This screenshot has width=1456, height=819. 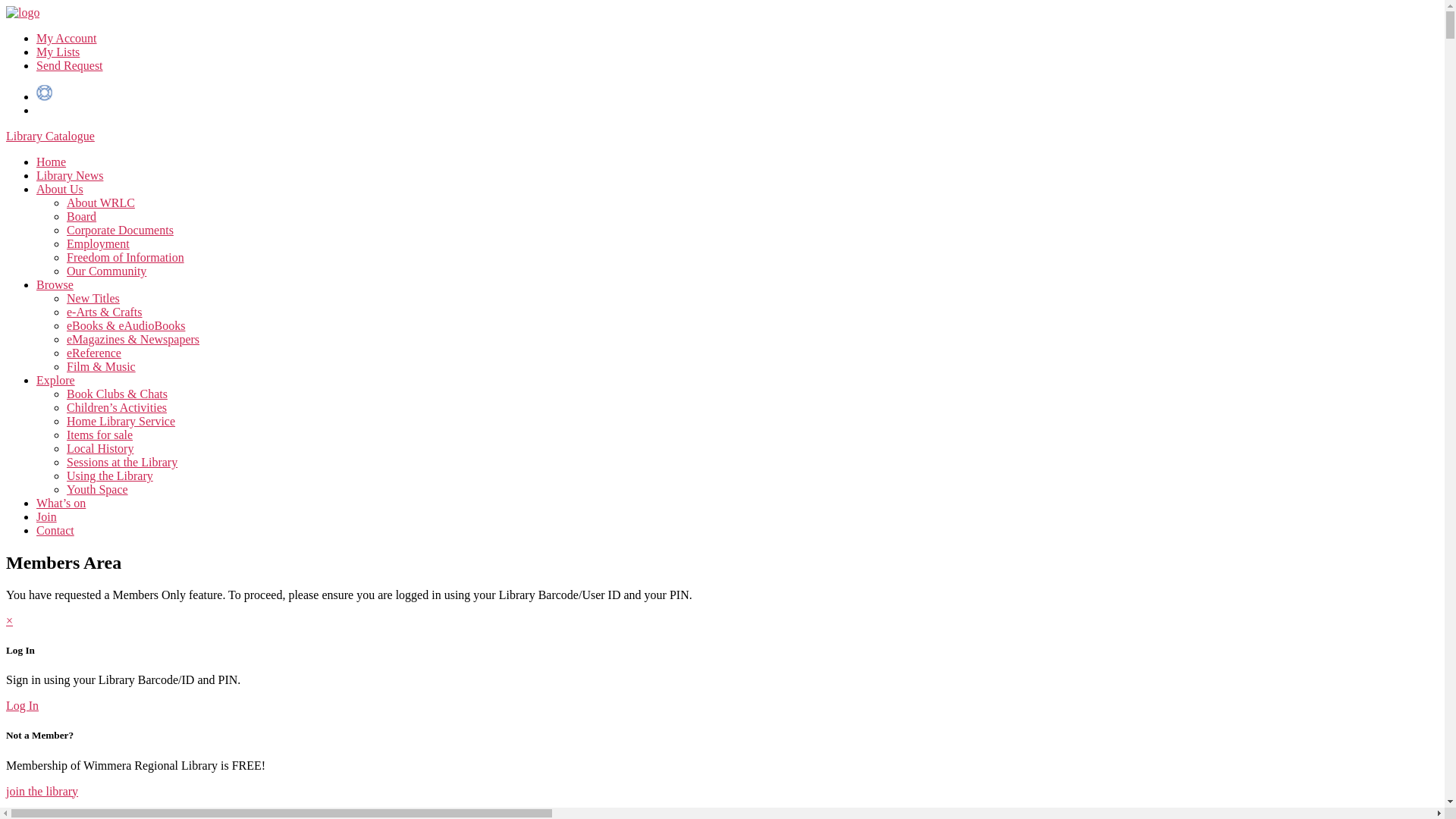 What do you see at coordinates (36, 284) in the screenshot?
I see `'Browse'` at bounding box center [36, 284].